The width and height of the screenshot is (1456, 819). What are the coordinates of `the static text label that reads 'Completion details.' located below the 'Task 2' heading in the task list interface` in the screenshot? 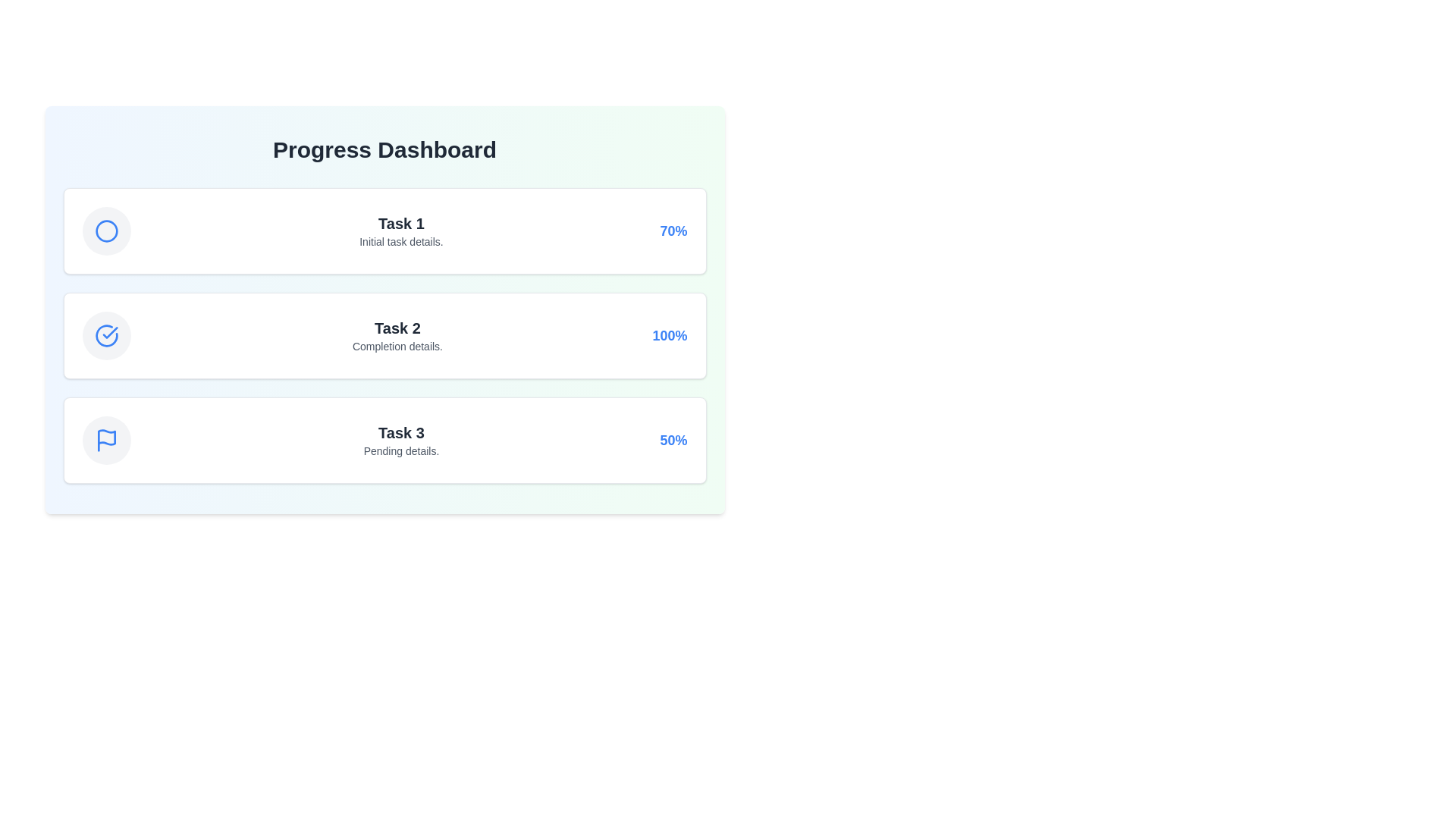 It's located at (397, 346).